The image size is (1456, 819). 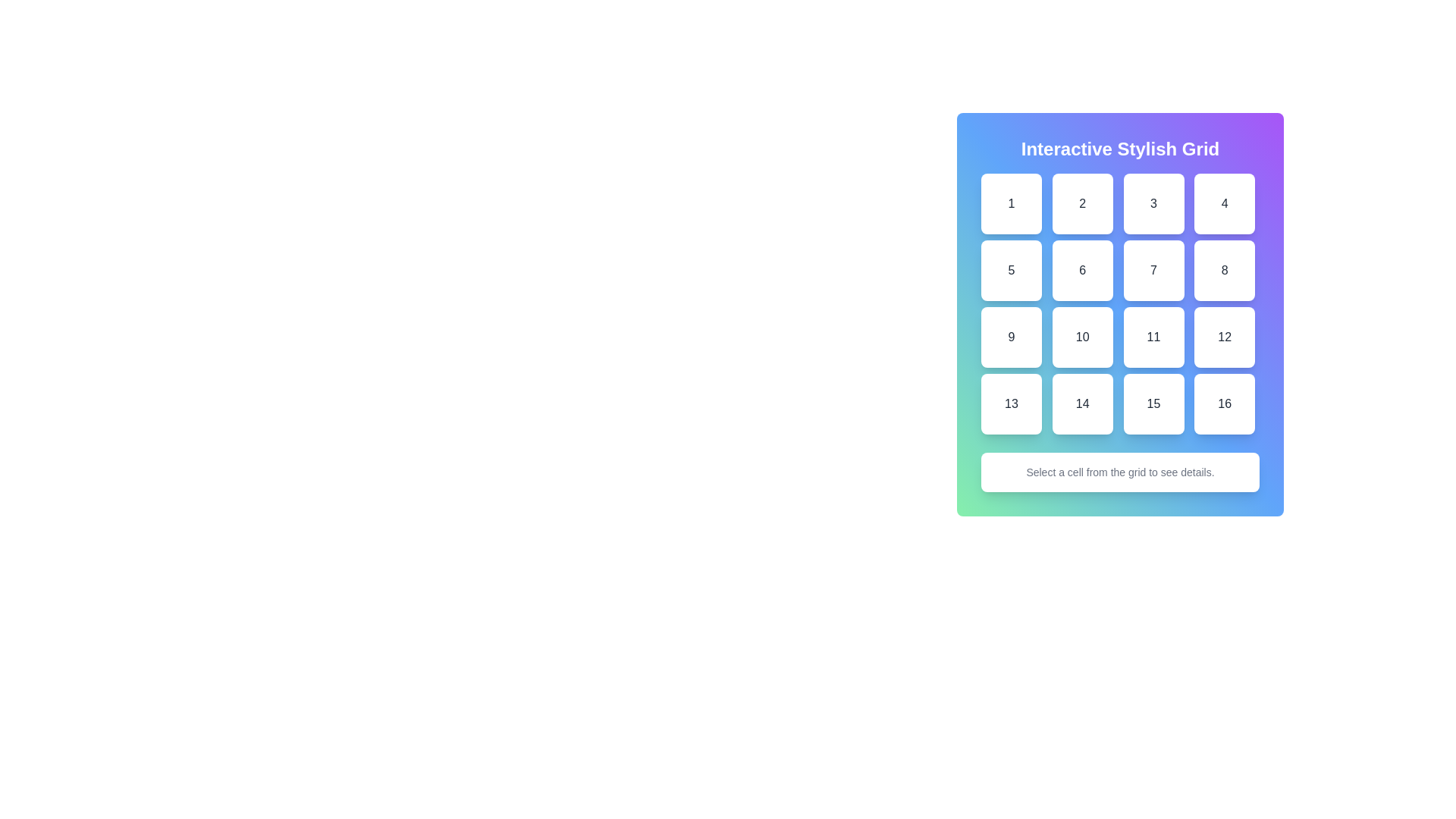 I want to click on the button marked with the number '1' in the upper-left corner of the 4x4 grid to trigger hover effects, so click(x=1012, y=203).